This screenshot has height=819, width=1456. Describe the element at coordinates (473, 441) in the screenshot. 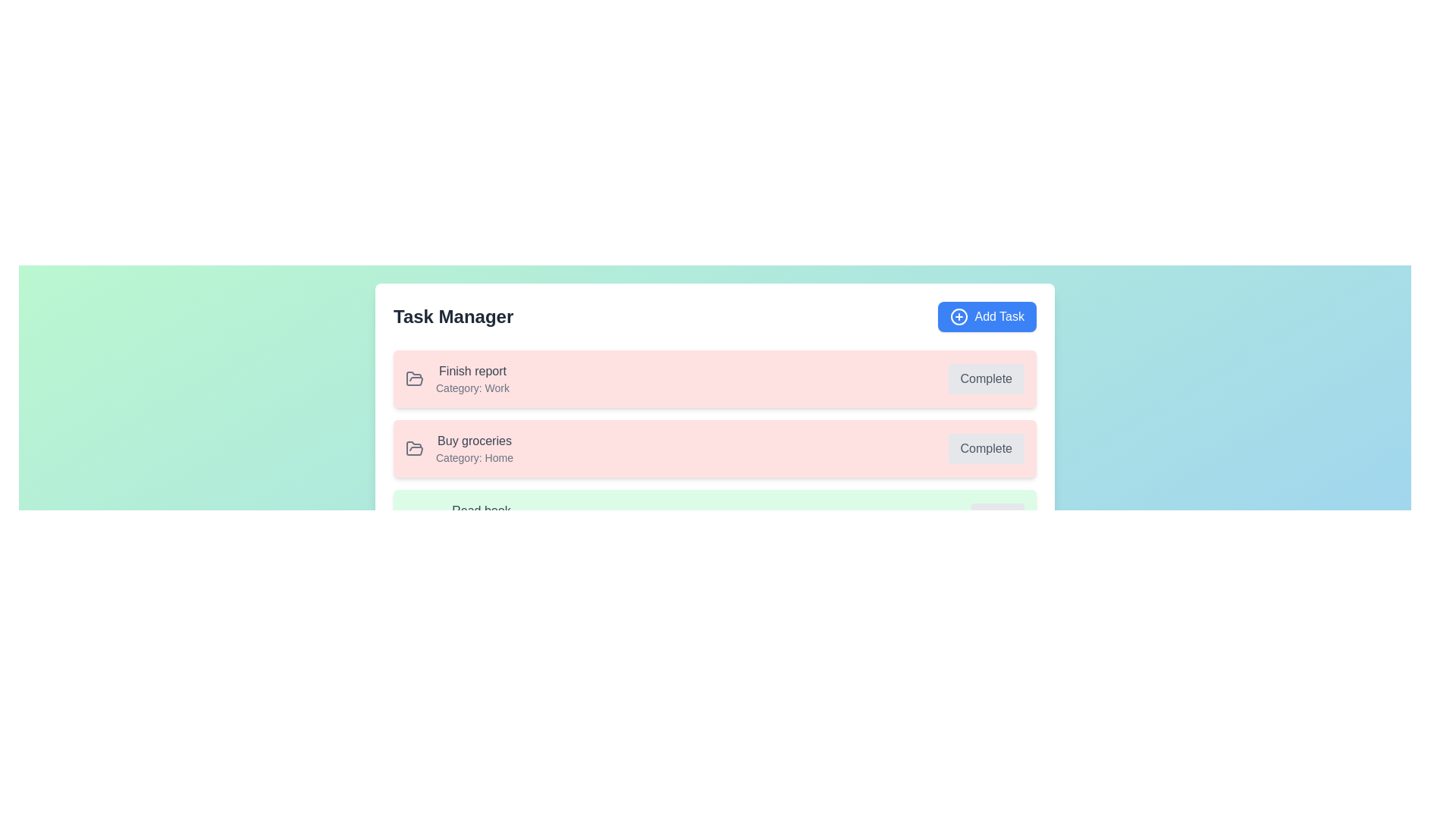

I see `the static text label that serves as a descriptor for the second task card in the 'Task Manager' section of the application` at that location.